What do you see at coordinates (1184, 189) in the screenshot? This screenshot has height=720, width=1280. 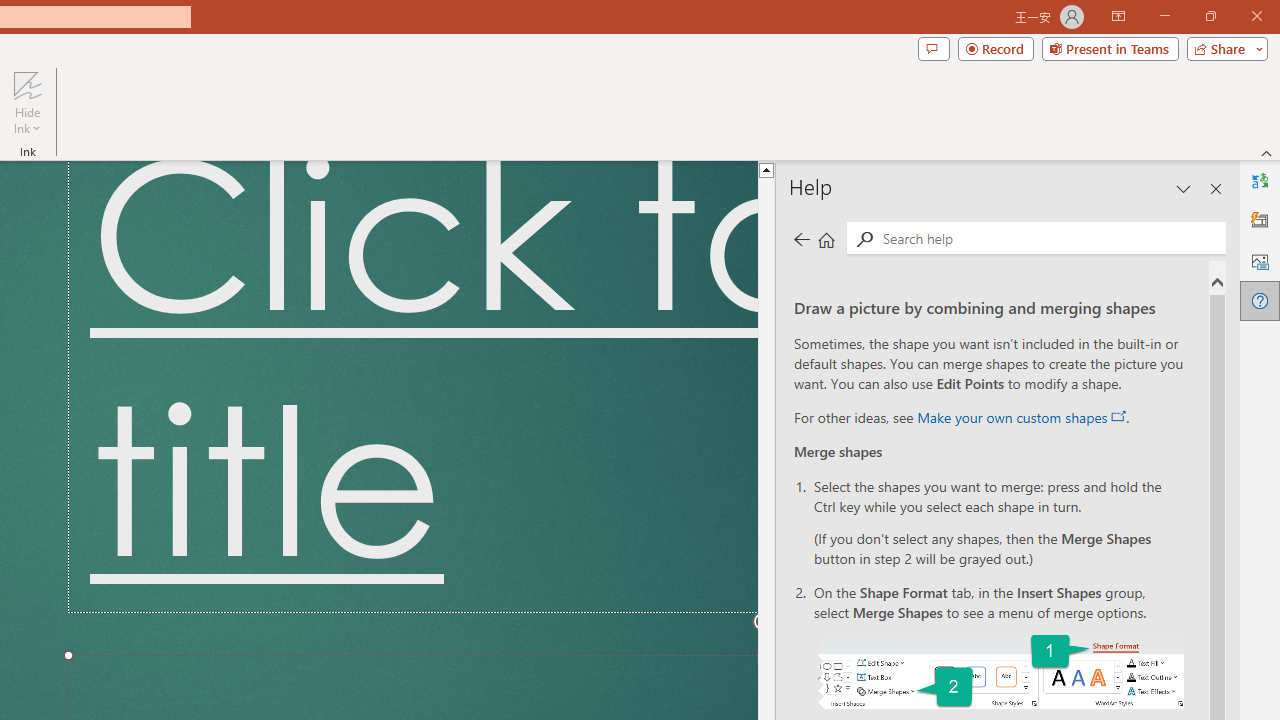 I see `'Task Pane Options'` at bounding box center [1184, 189].